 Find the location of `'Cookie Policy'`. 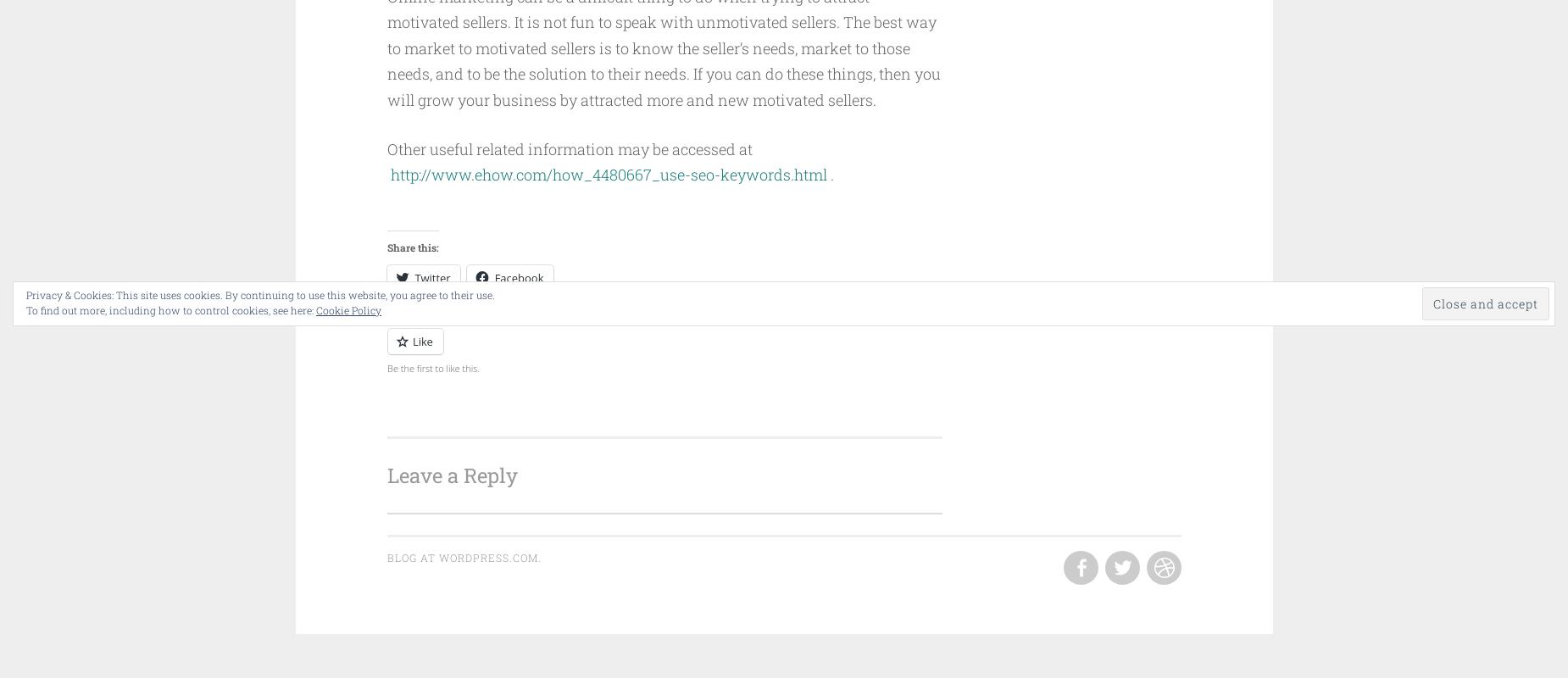

'Cookie Policy' is located at coordinates (348, 310).